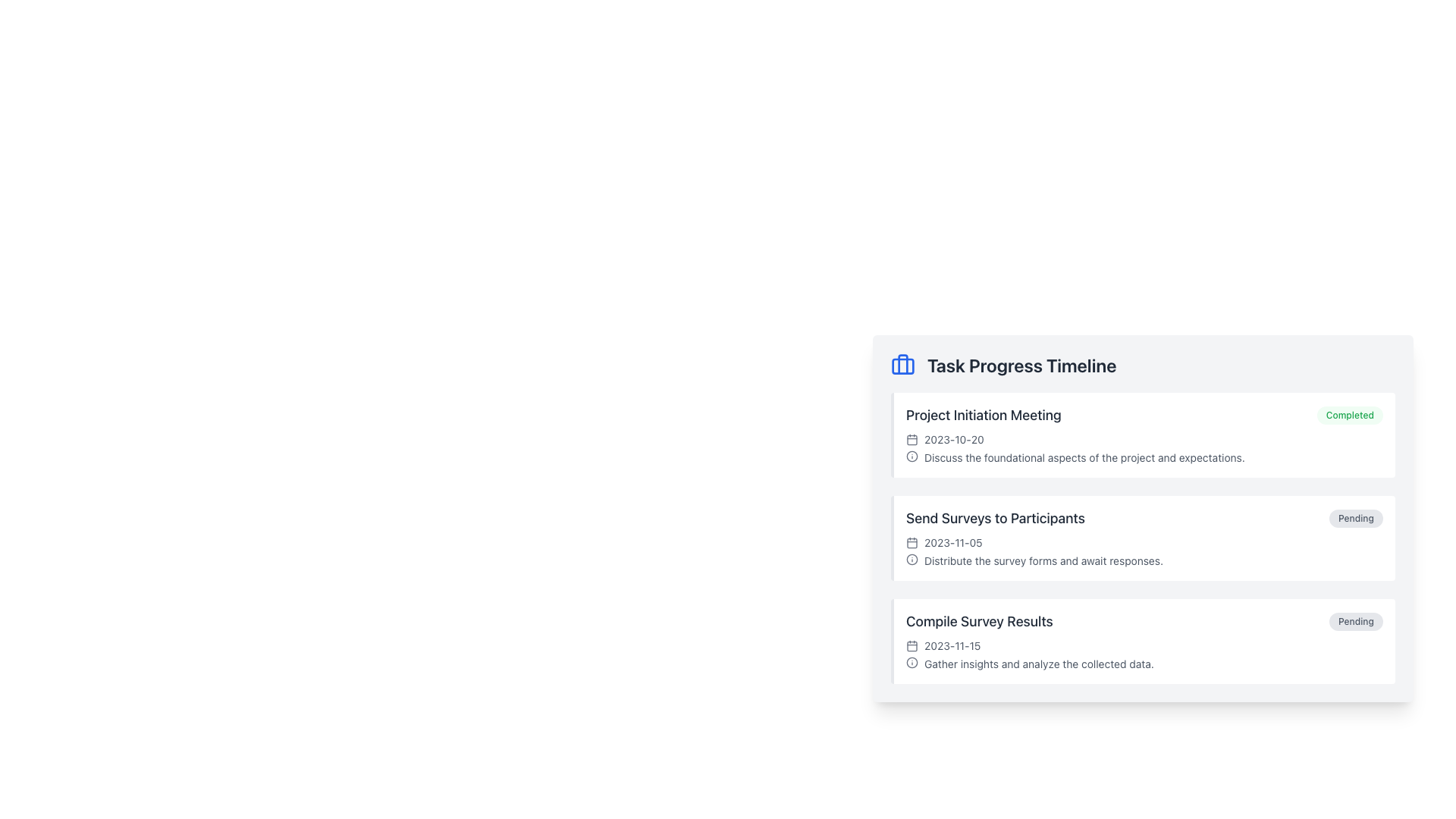 This screenshot has width=1456, height=819. Describe the element at coordinates (912, 542) in the screenshot. I see `the calendar icon located to the immediate left of the date text '2023-11-05' in the second entry of the Task Progress Timeline` at that location.